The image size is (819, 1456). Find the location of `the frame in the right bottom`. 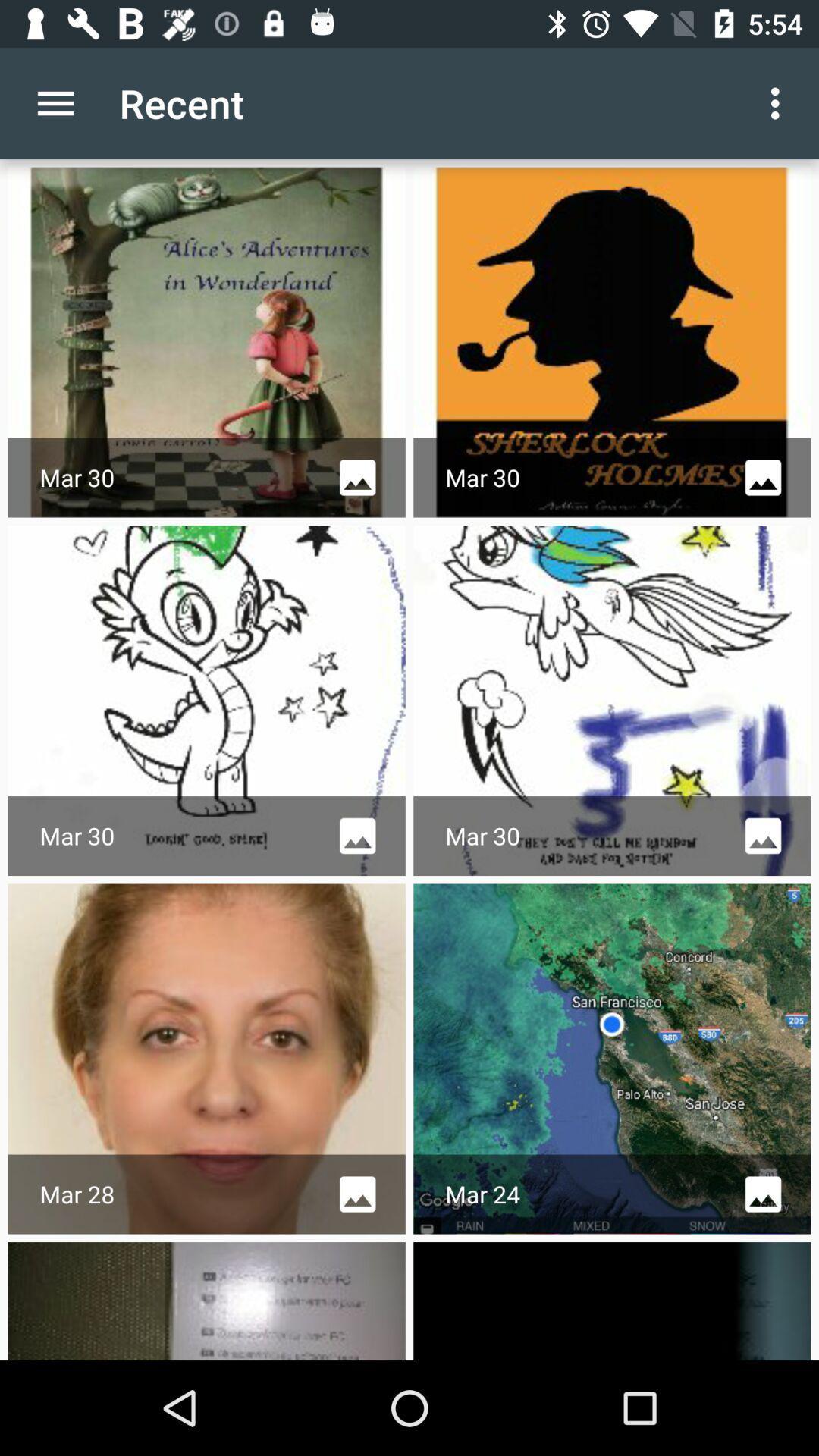

the frame in the right bottom is located at coordinates (611, 1300).